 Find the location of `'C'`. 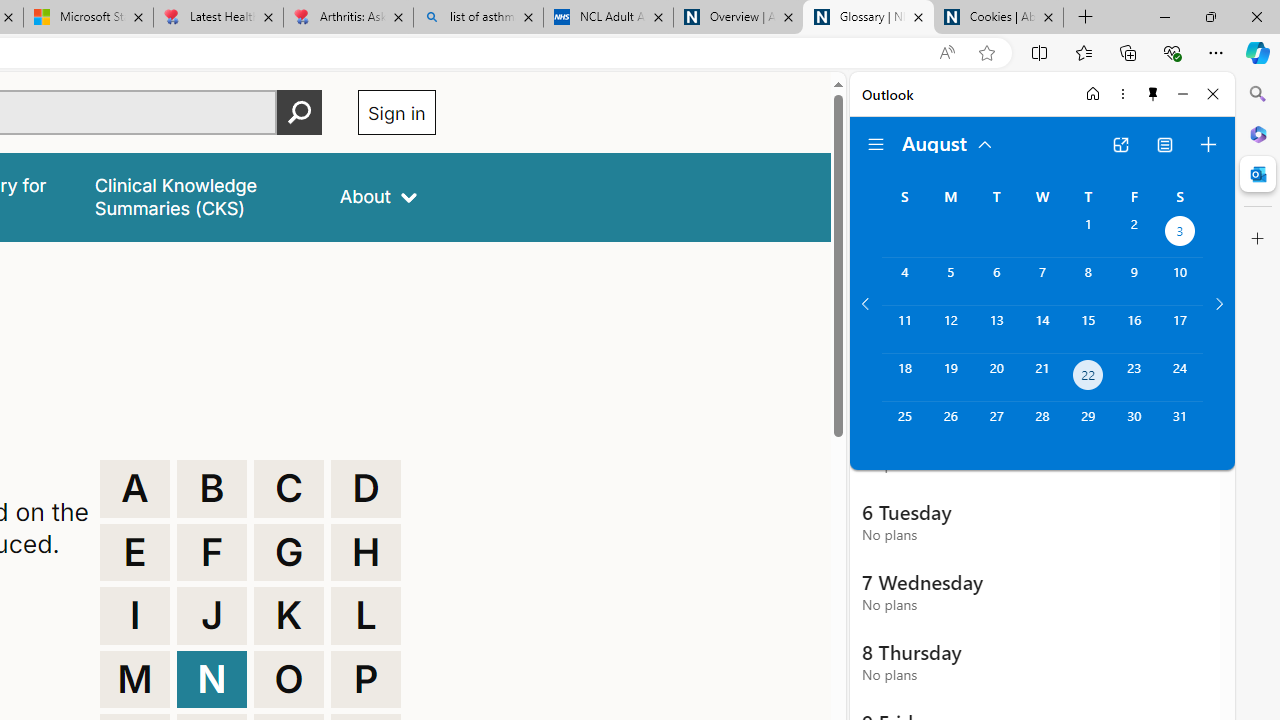

'C' is located at coordinates (288, 488).